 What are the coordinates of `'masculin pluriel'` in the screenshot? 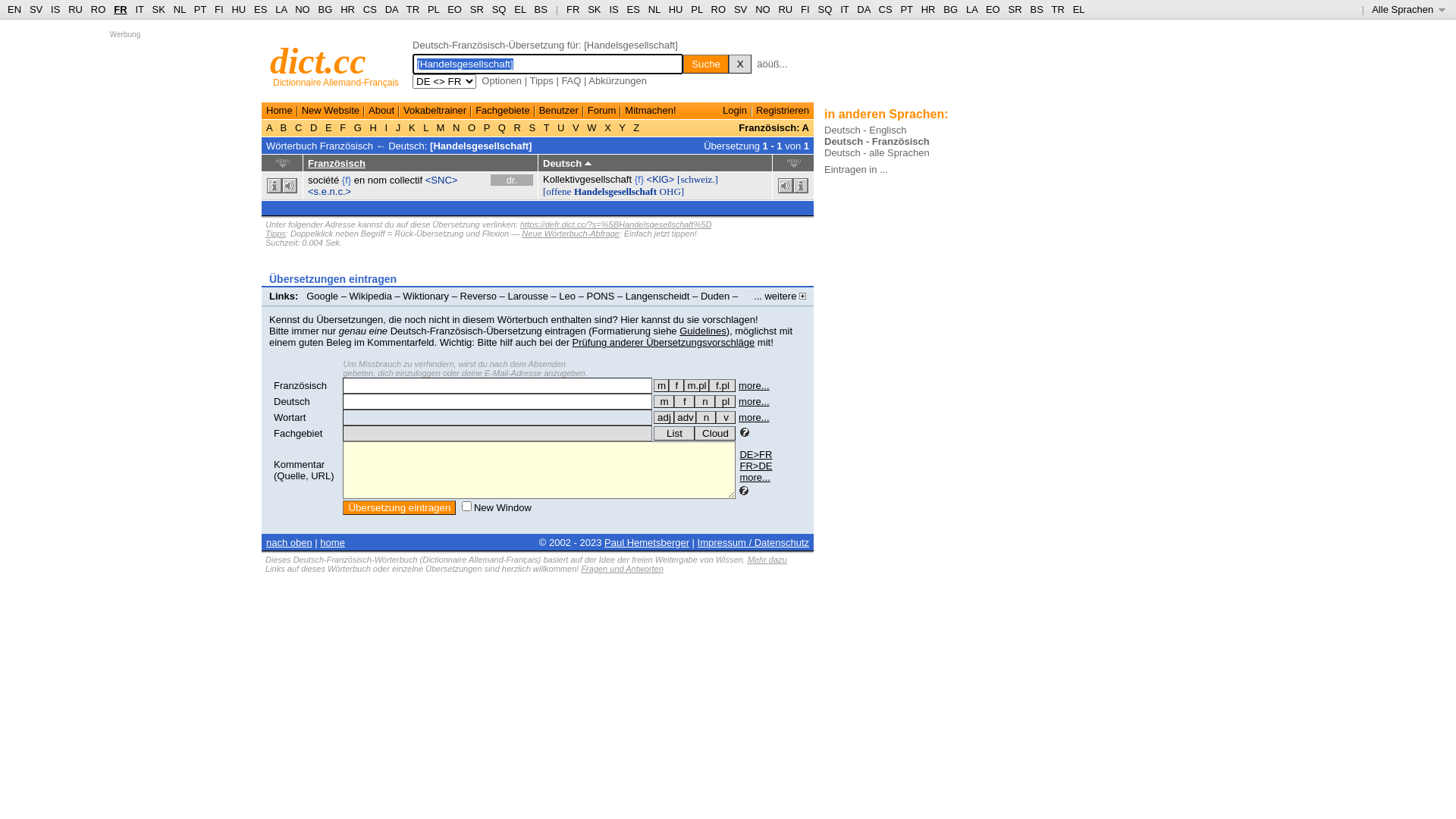 It's located at (683, 384).